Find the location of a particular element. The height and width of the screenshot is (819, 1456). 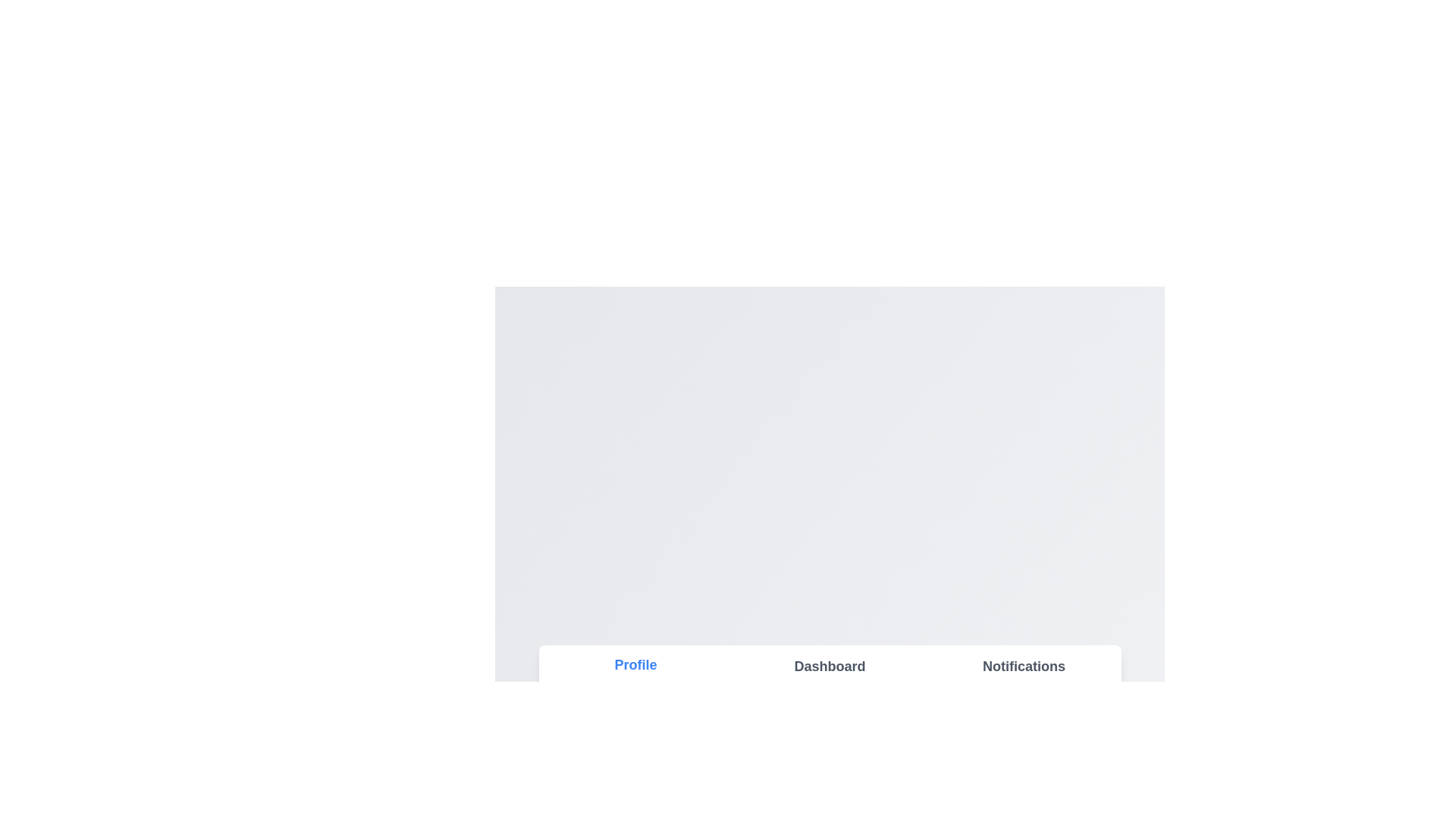

the tab titled Dashboard to switch to it is located at coordinates (829, 666).